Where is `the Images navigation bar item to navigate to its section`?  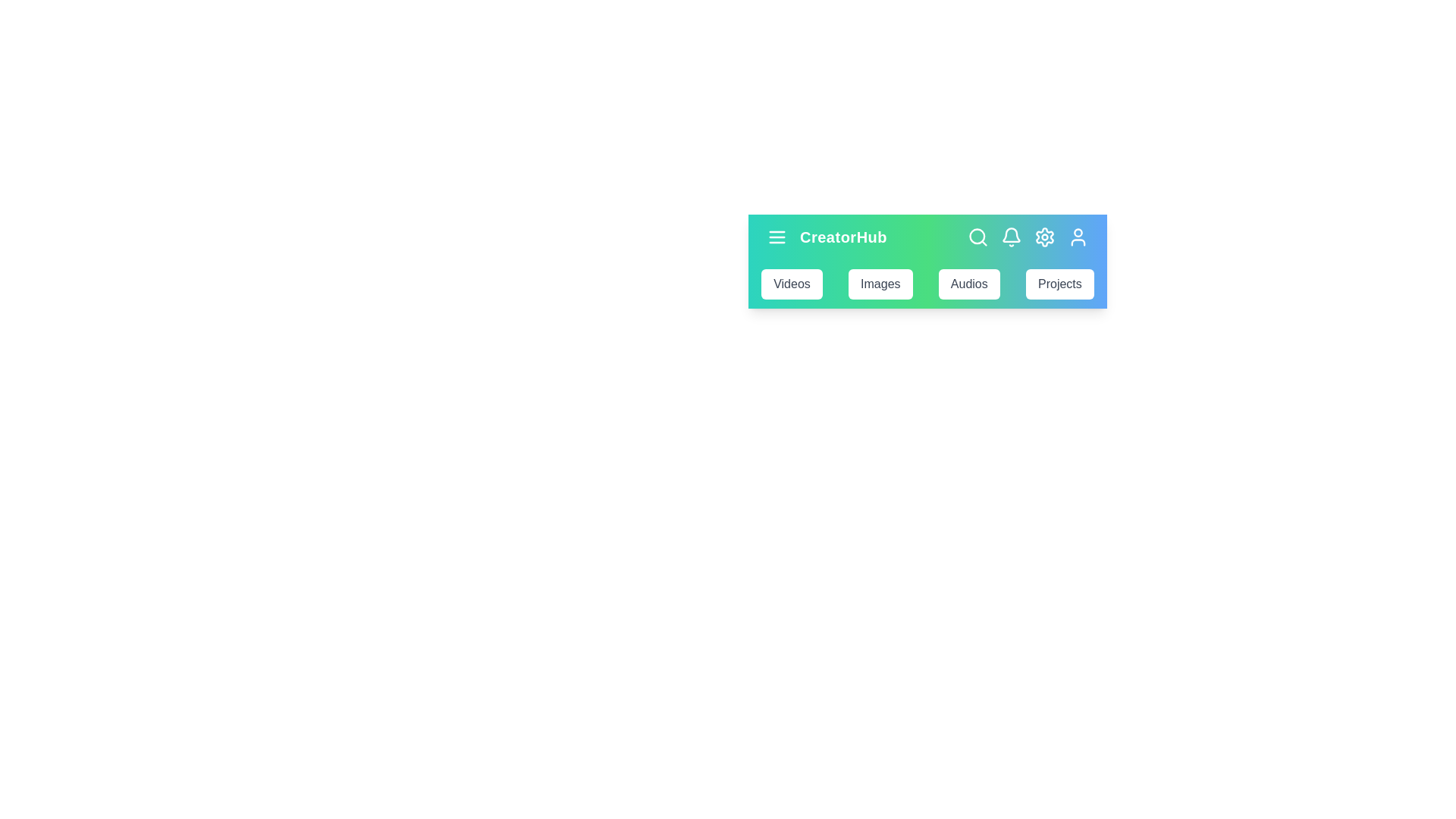 the Images navigation bar item to navigate to its section is located at coordinates (880, 284).